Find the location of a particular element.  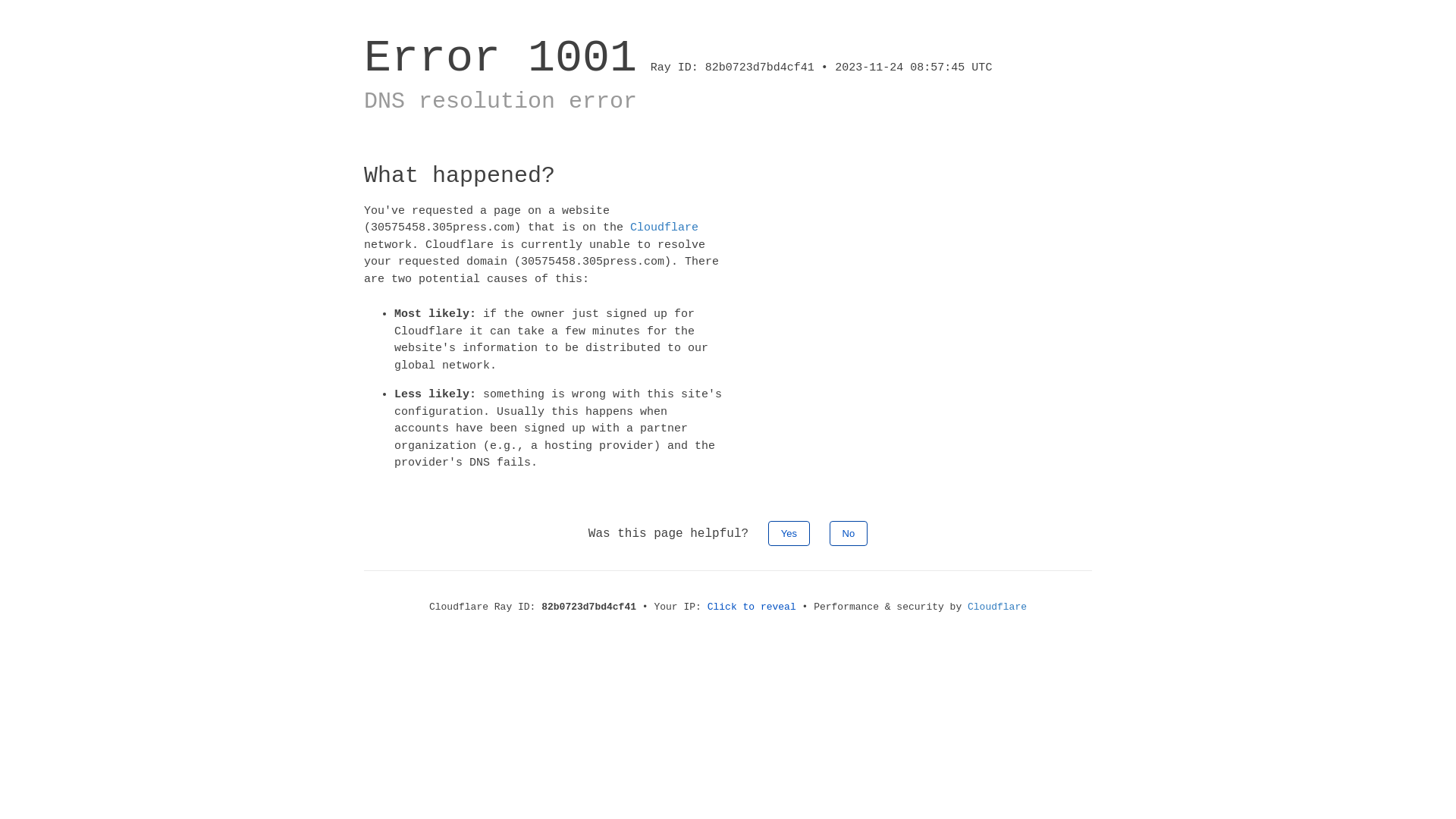

'Yes' is located at coordinates (789, 532).